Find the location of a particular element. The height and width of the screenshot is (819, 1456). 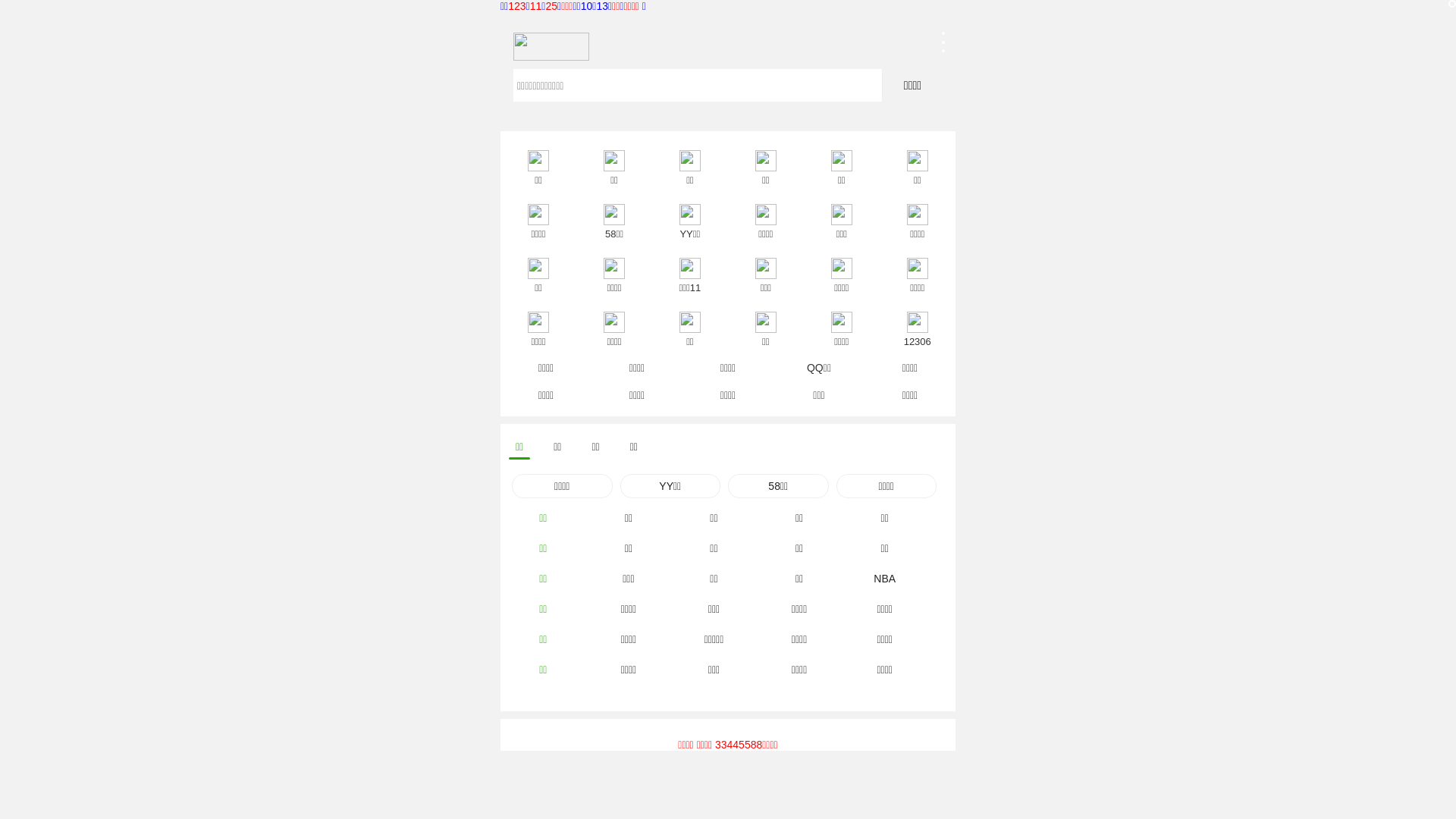

'NBA' is located at coordinates (884, 579).